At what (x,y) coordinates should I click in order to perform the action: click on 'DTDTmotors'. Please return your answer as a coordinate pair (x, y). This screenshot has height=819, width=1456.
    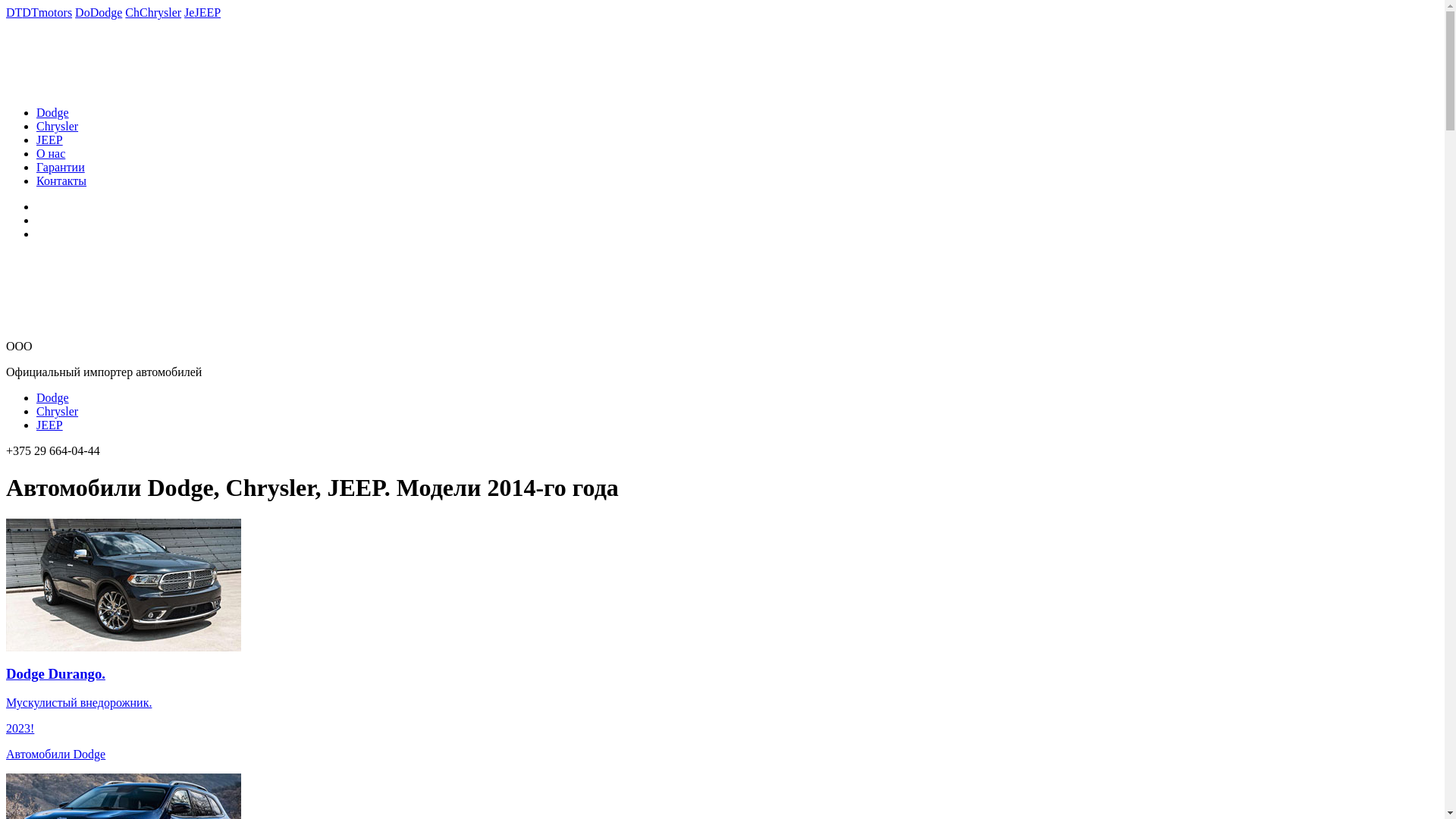
    Looking at the image, I should click on (39, 12).